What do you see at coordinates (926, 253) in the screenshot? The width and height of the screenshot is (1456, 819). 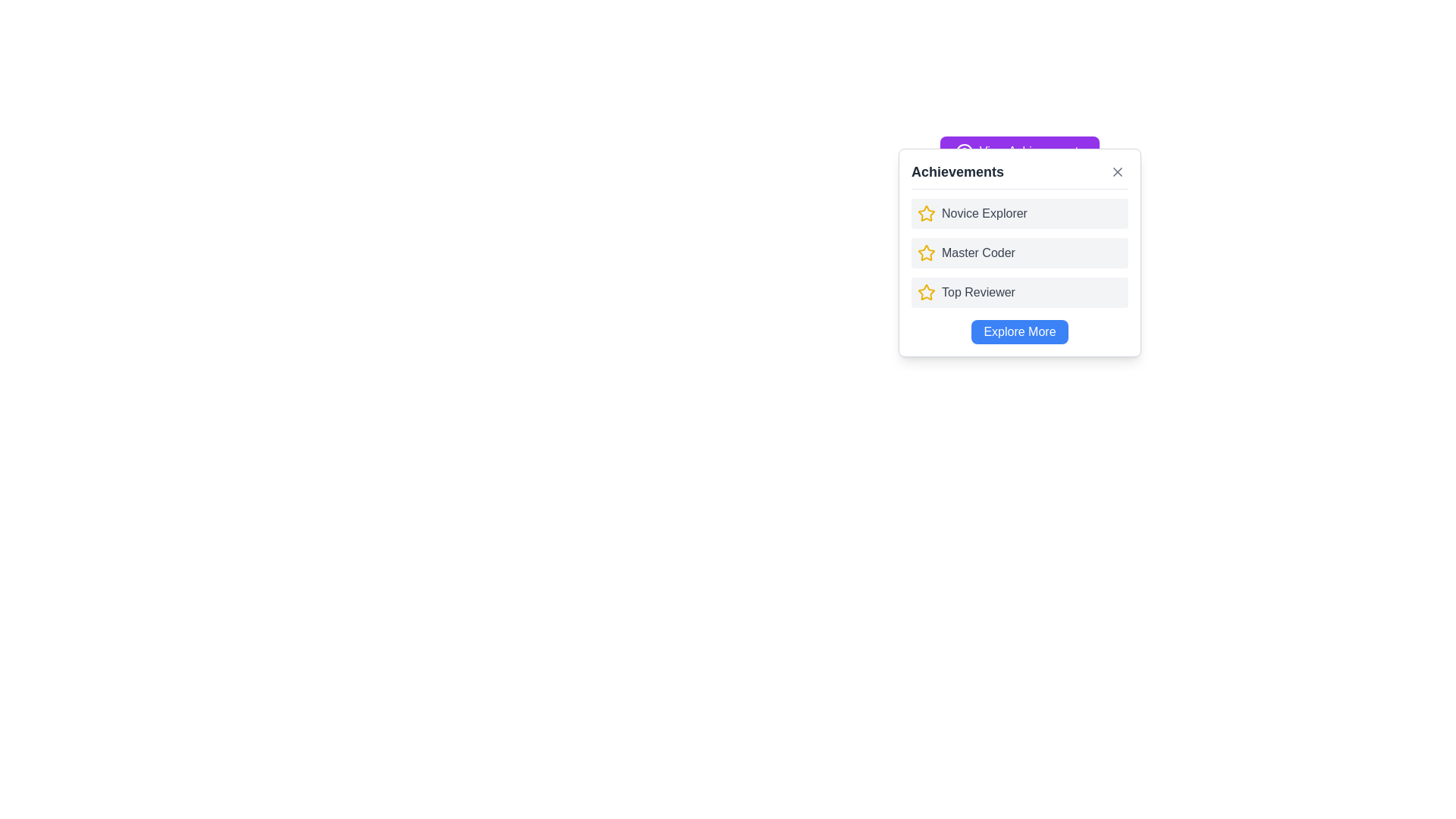 I see `the star-shaped icon with a yellow fill and black border, located to the left of the text 'Master Coder' within the 'Achievements' modal box` at bounding box center [926, 253].